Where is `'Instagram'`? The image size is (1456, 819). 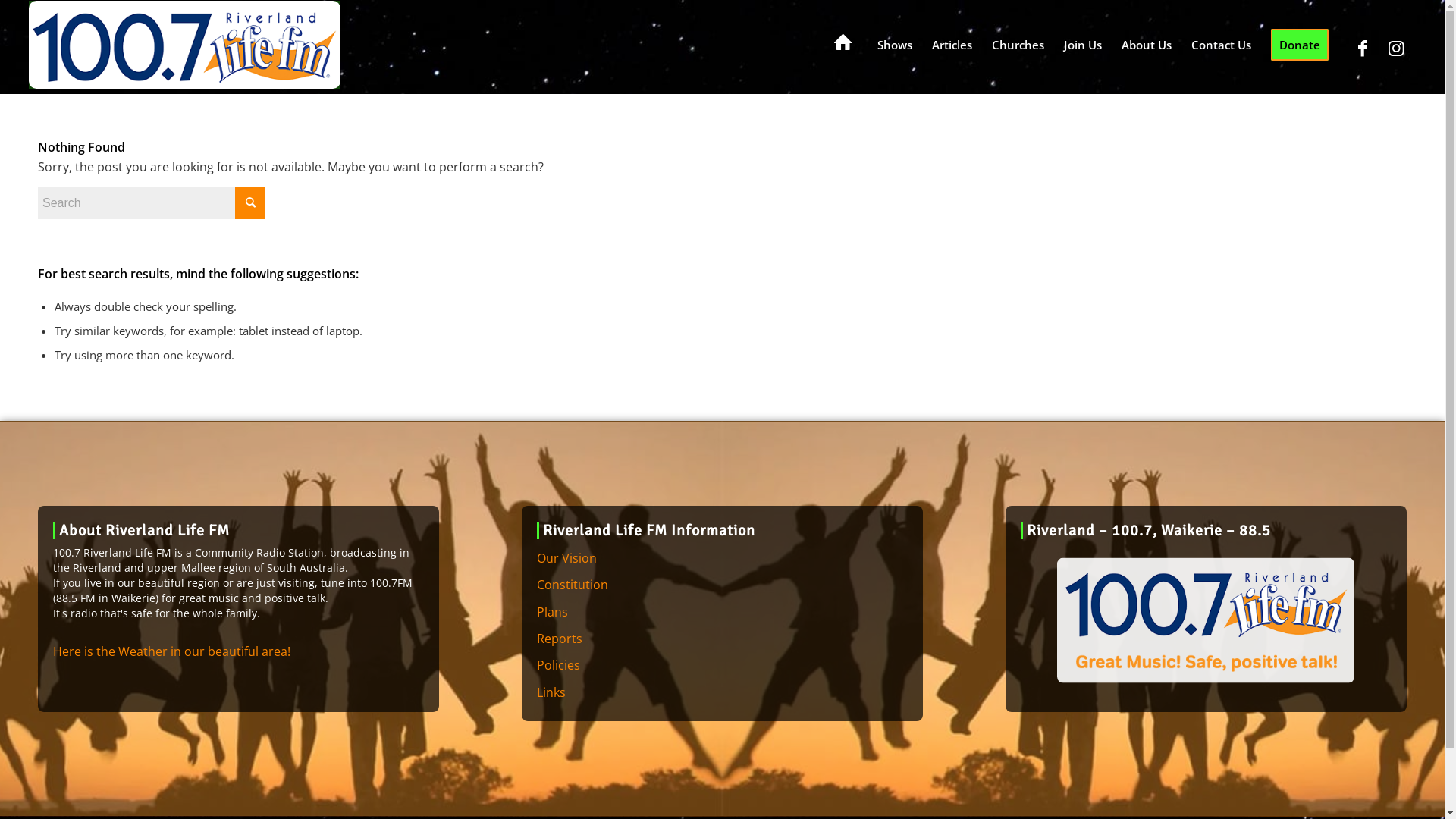 'Instagram' is located at coordinates (1396, 46).